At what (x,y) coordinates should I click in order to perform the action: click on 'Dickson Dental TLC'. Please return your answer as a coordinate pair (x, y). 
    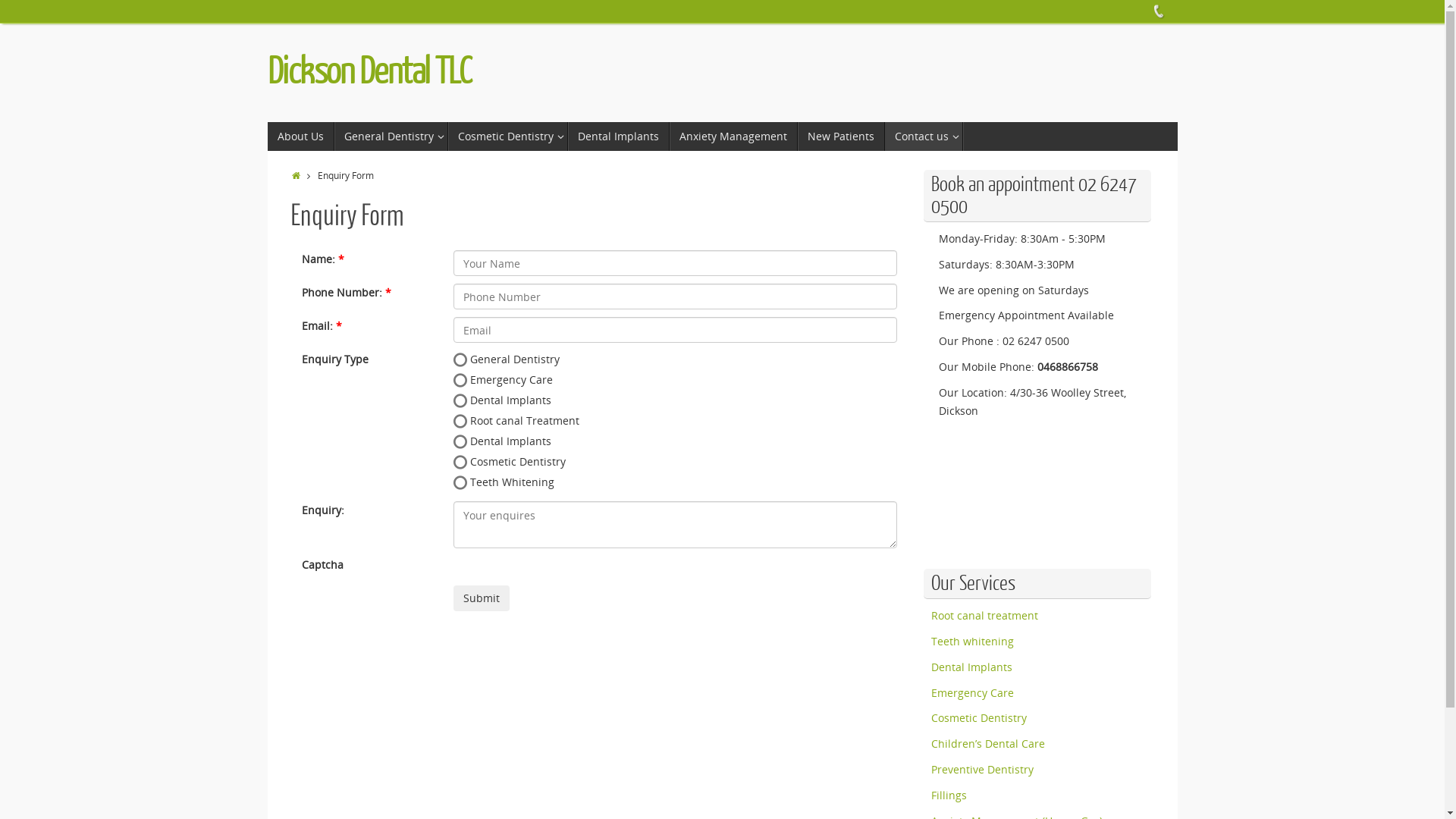
    Looking at the image, I should click on (369, 72).